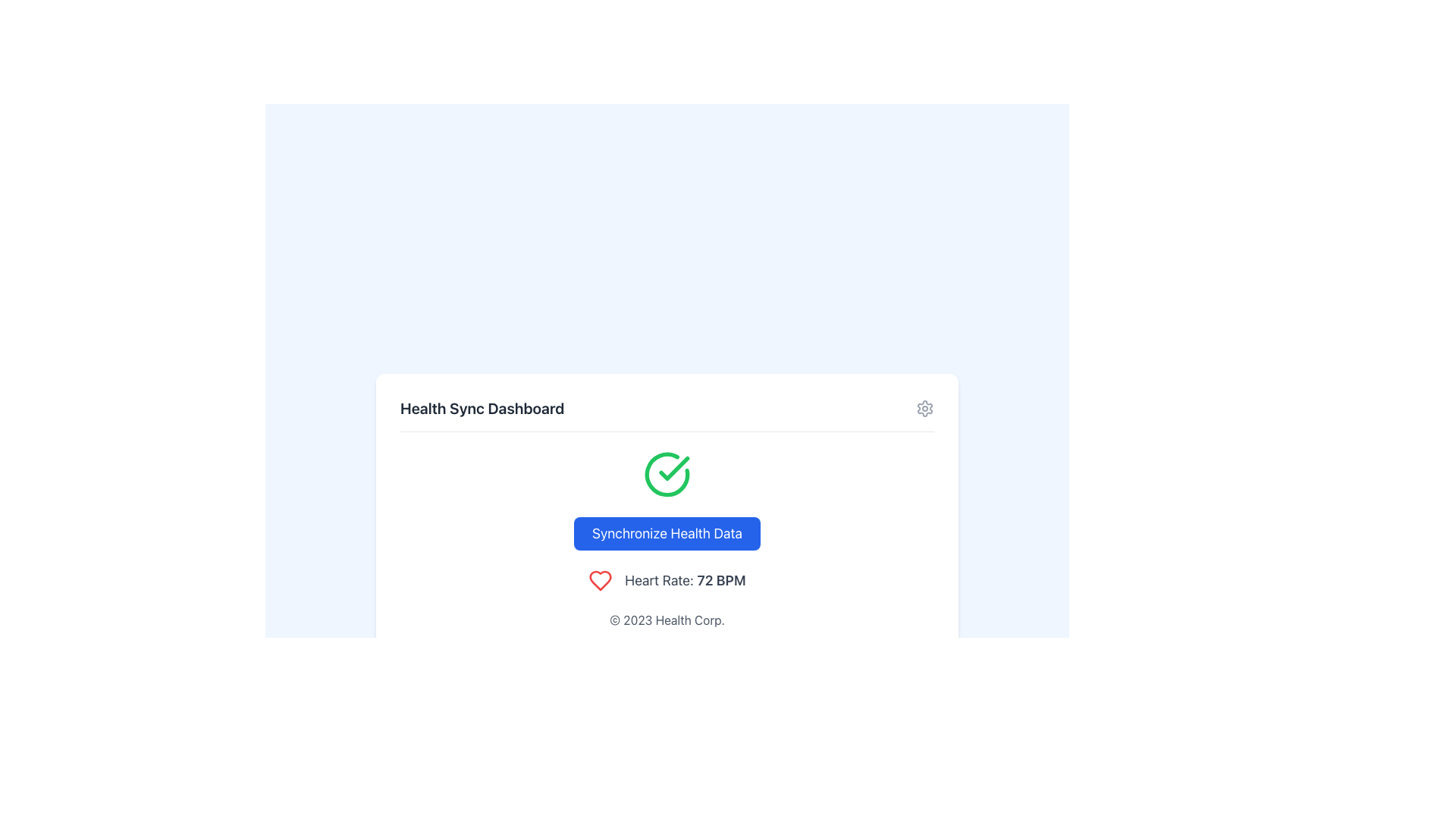  What do you see at coordinates (924, 407) in the screenshot?
I see `the settings button located at the top-right corner of the 'Health Sync Dashboard' header` at bounding box center [924, 407].